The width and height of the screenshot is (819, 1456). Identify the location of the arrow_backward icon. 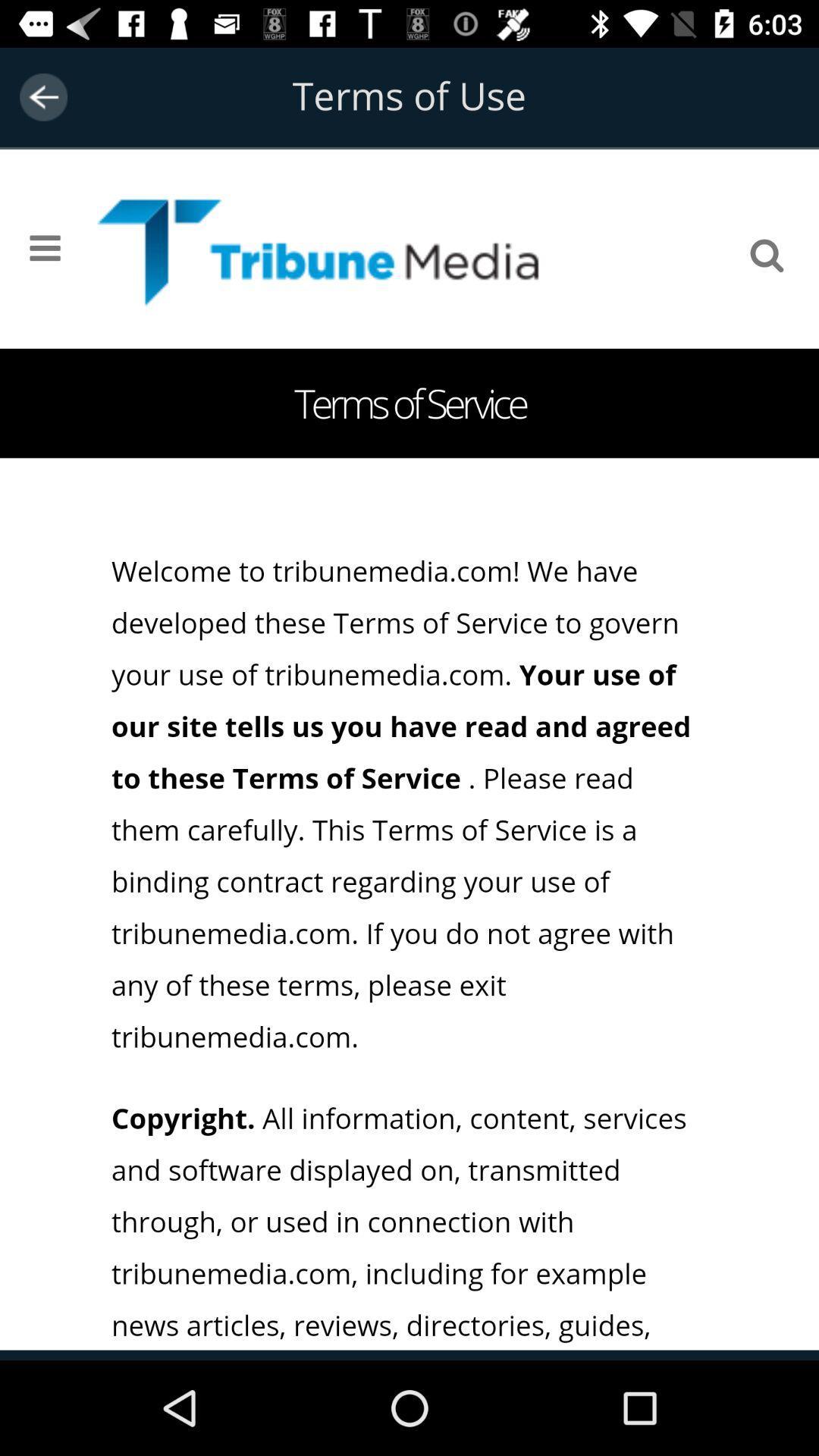
(42, 96).